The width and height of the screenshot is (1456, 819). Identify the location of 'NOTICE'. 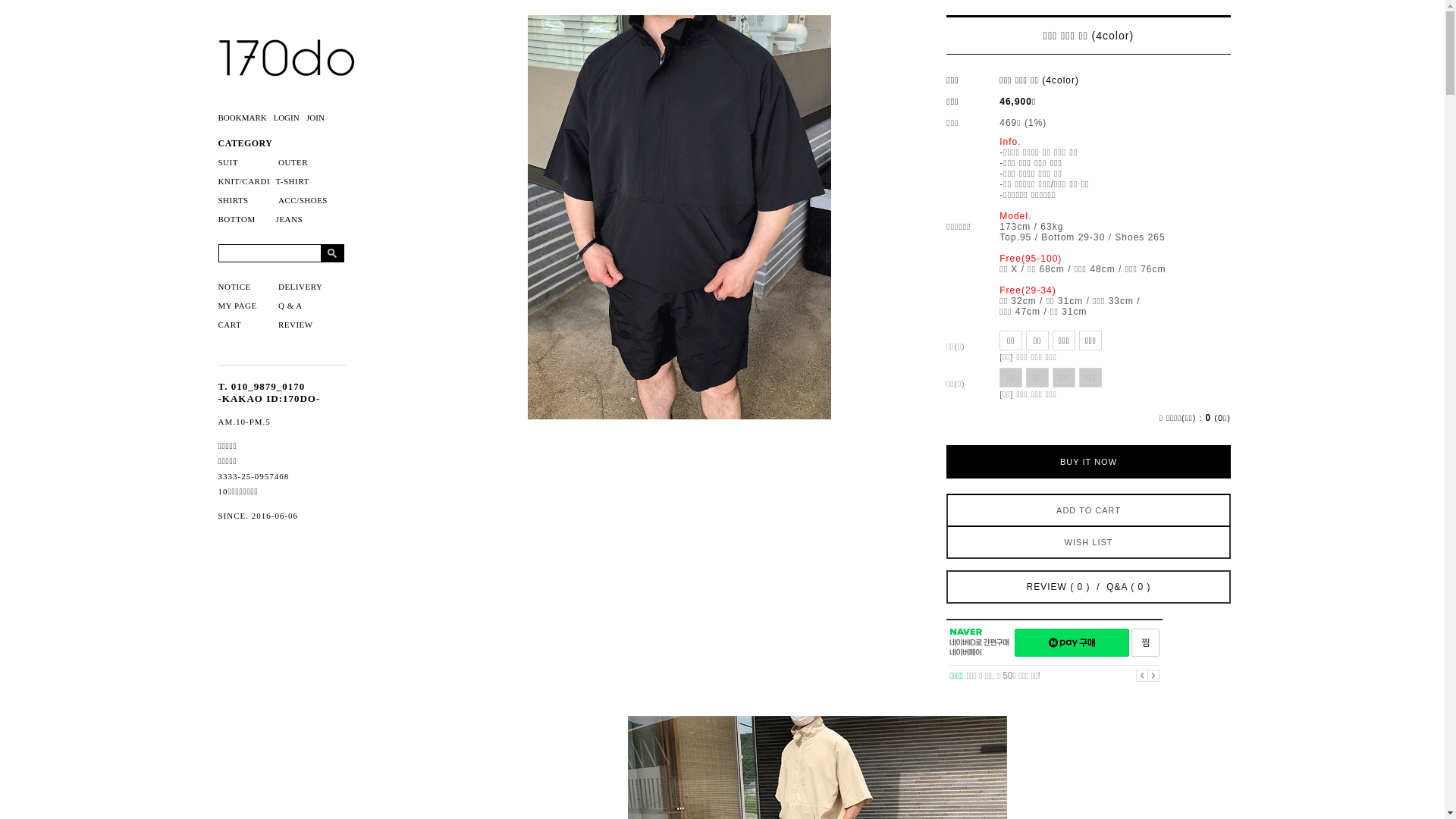
(234, 287).